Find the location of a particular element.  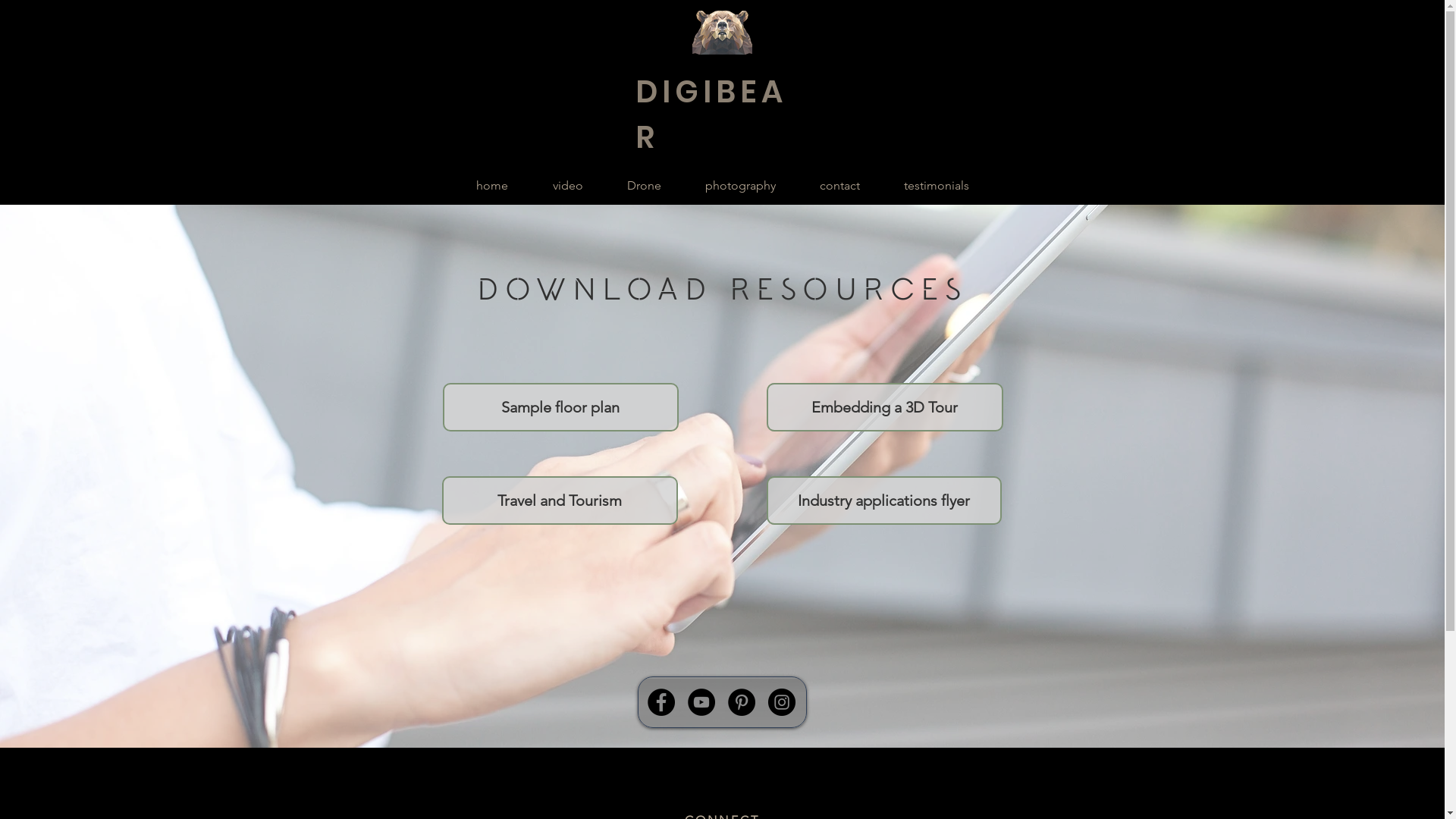

'Embedding a 3D Tour' is located at coordinates (884, 406).